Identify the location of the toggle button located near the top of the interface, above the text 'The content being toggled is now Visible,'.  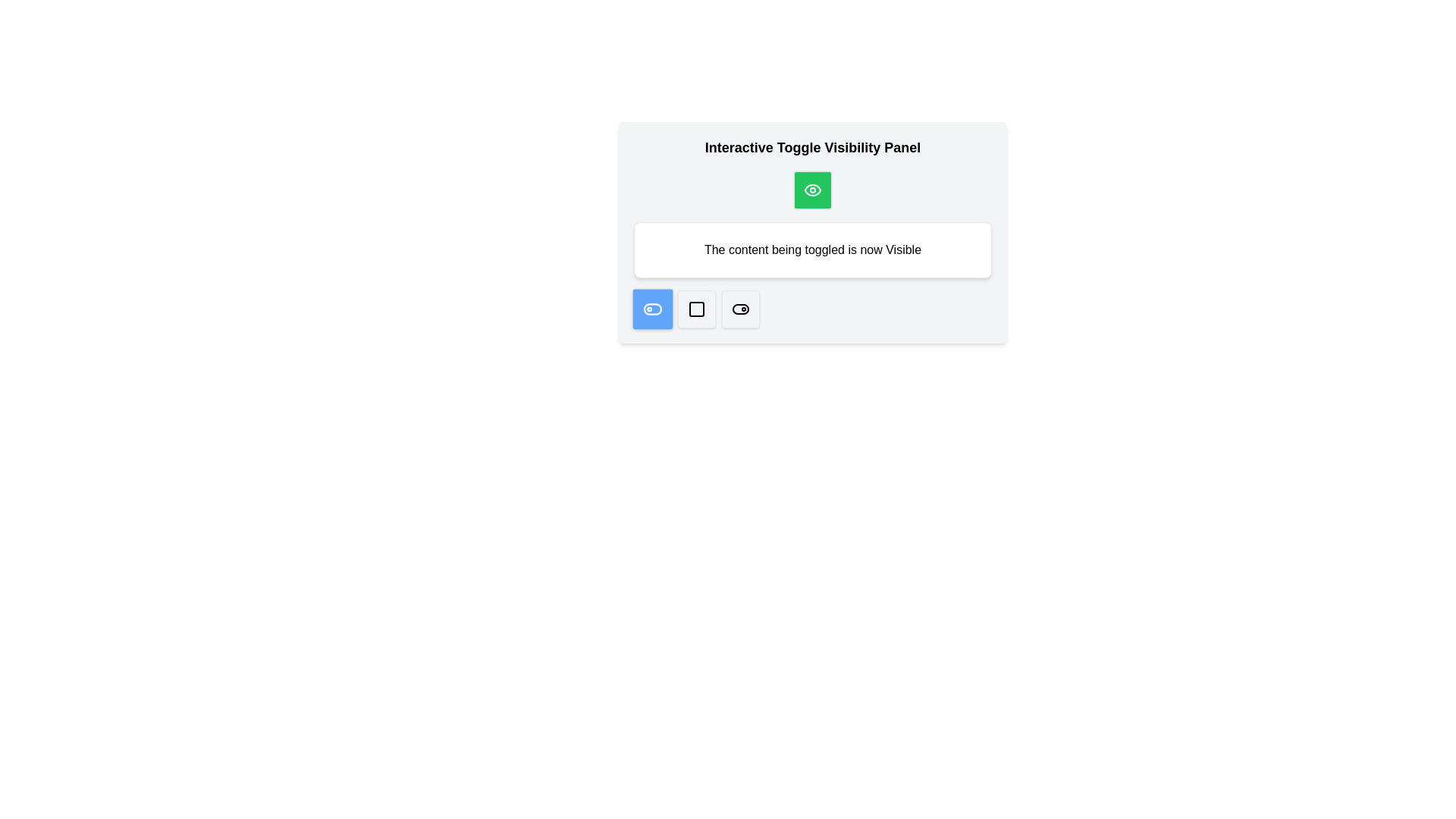
(811, 189).